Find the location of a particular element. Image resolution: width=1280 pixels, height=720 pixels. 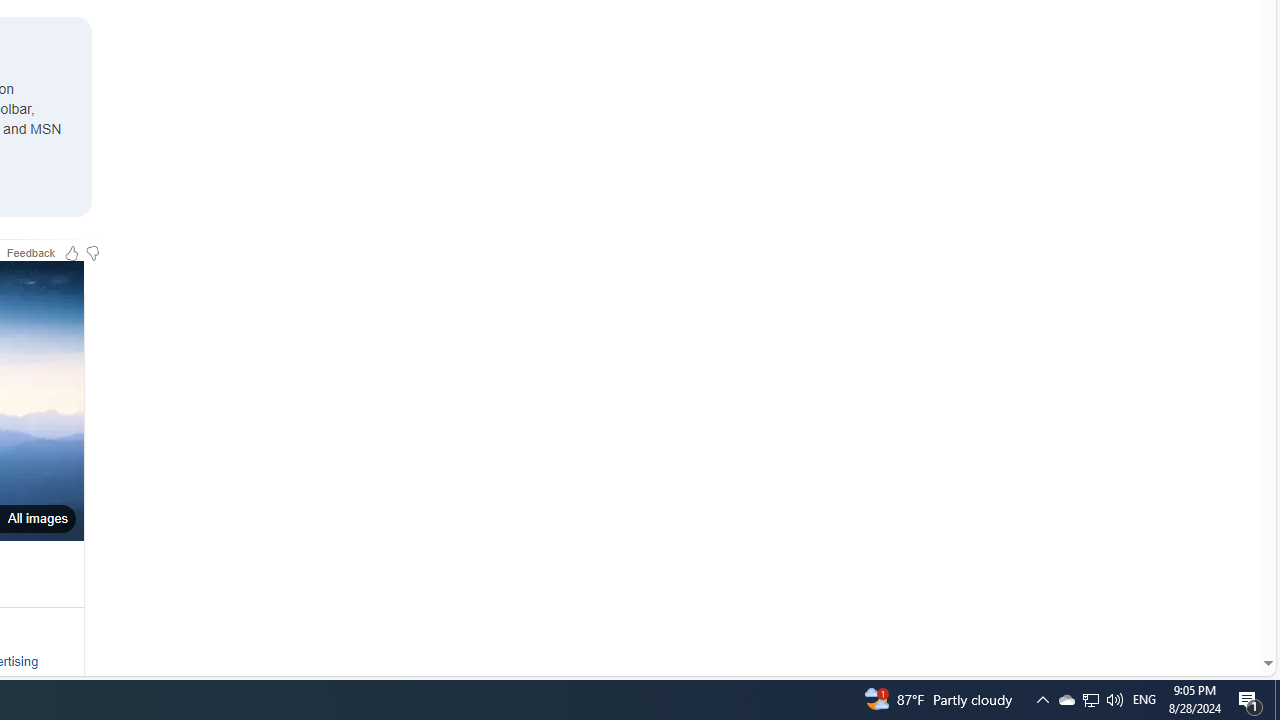

'Feedback Like' is located at coordinates (71, 251).